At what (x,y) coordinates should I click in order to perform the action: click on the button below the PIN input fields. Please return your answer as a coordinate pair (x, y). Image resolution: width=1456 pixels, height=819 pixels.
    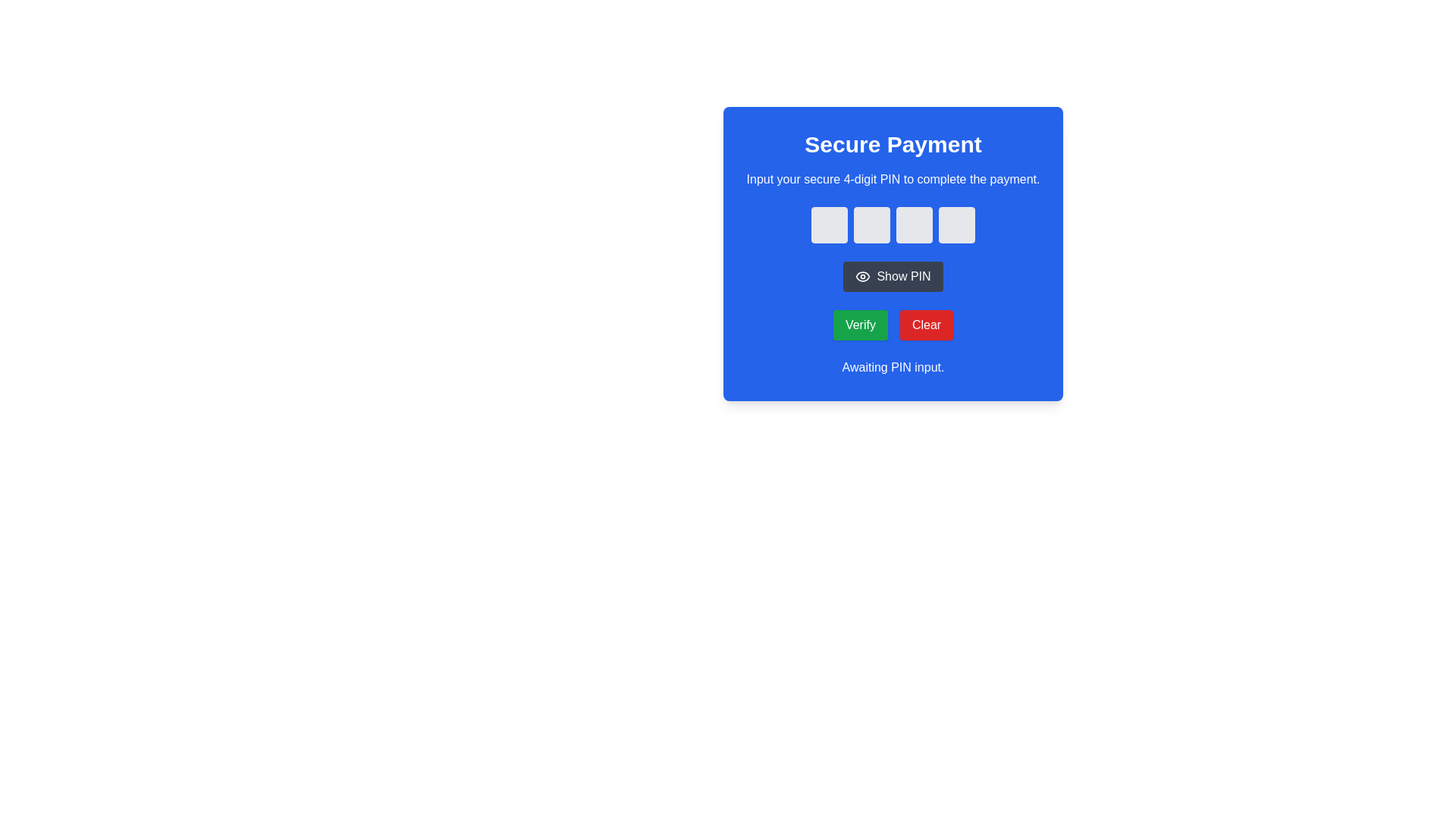
    Looking at the image, I should click on (893, 248).